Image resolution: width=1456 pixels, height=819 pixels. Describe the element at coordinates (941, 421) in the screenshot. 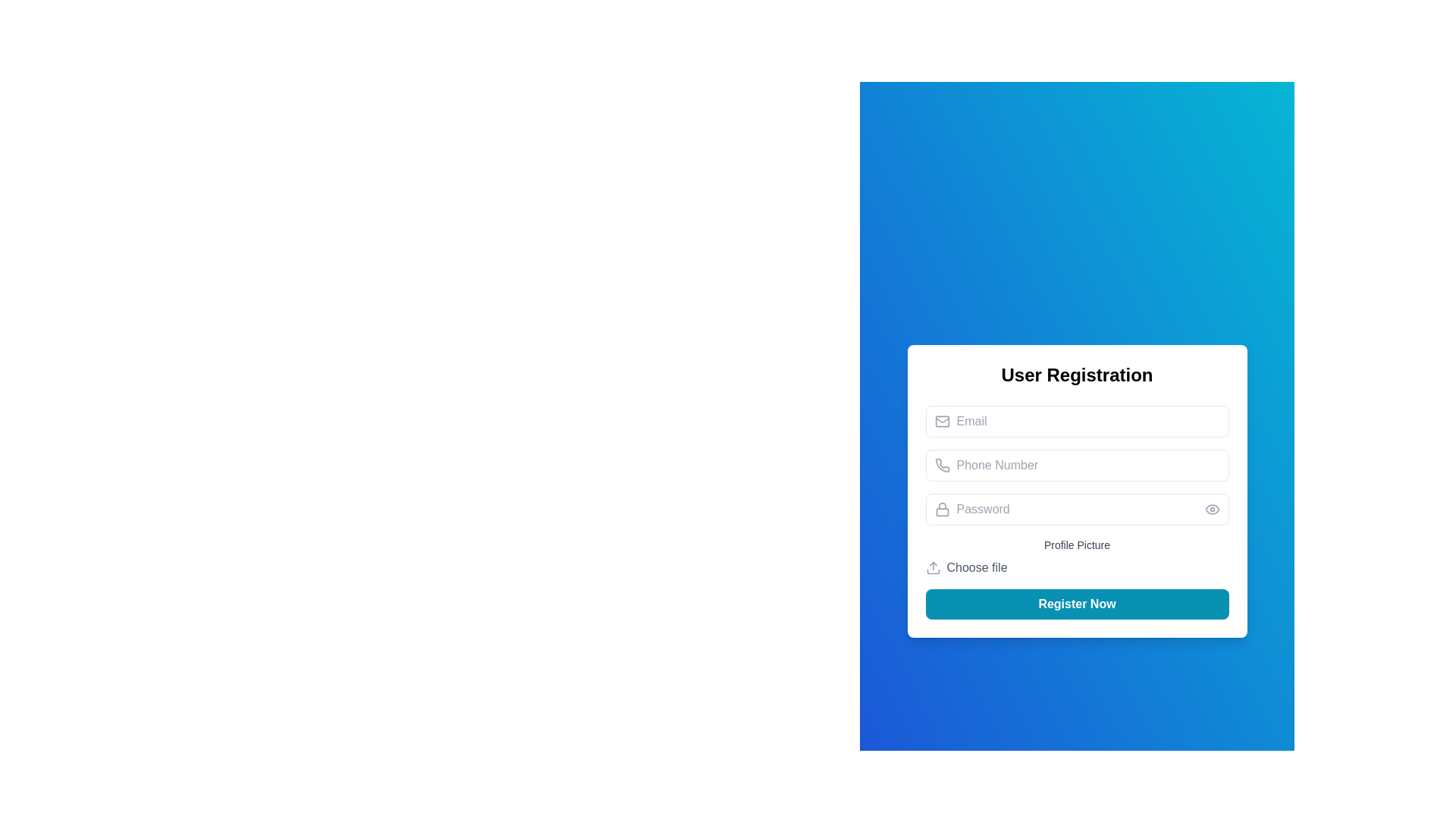

I see `the mail icon, which is a minimalistic envelope shape located to the left of the email input field` at that location.